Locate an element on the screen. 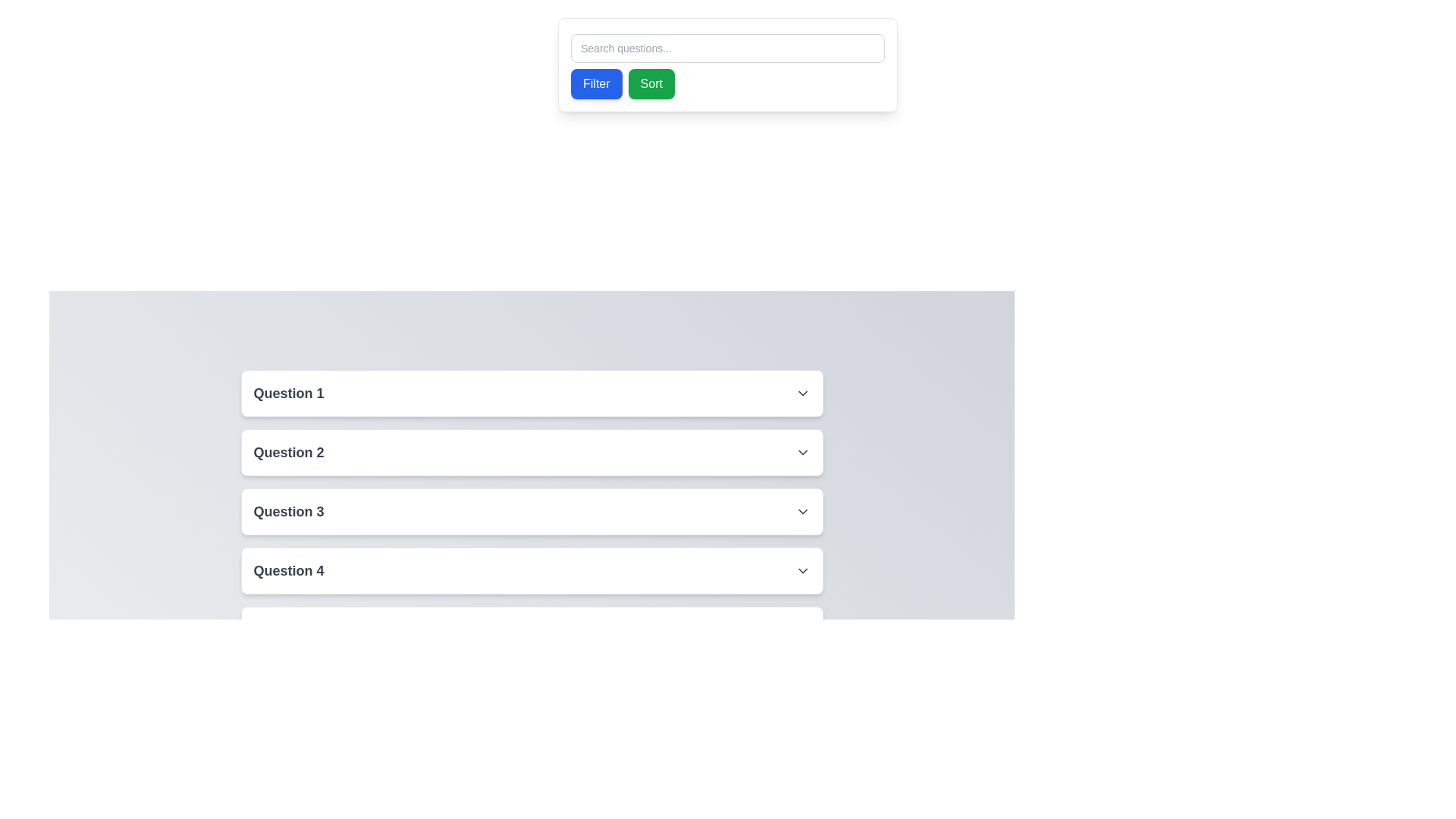 This screenshot has height=819, width=1456. the first expandable list item labeled 'Question 1' is located at coordinates (532, 393).